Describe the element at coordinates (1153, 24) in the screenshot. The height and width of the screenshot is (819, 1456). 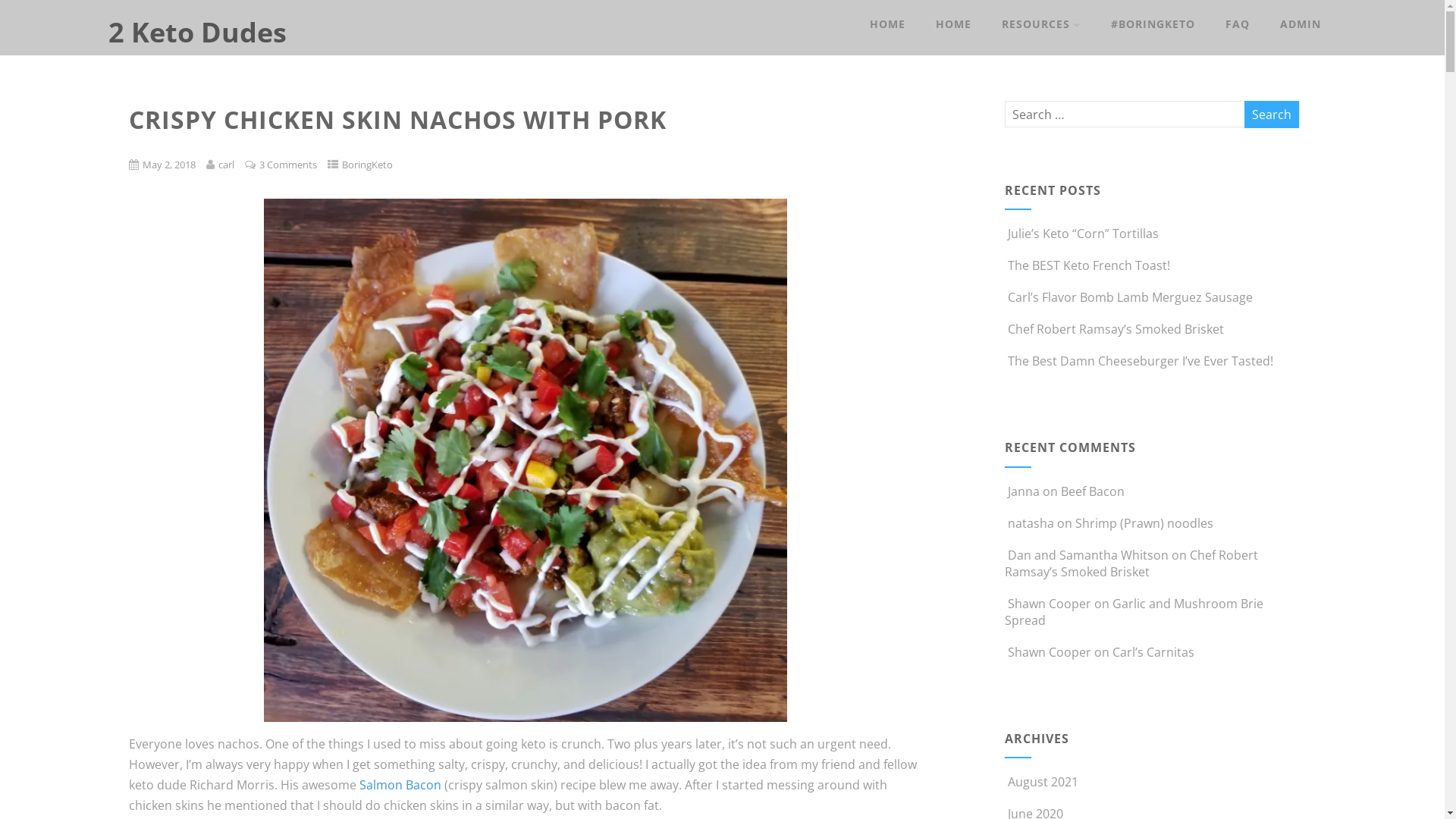
I see `'#BORINGKETO'` at that location.